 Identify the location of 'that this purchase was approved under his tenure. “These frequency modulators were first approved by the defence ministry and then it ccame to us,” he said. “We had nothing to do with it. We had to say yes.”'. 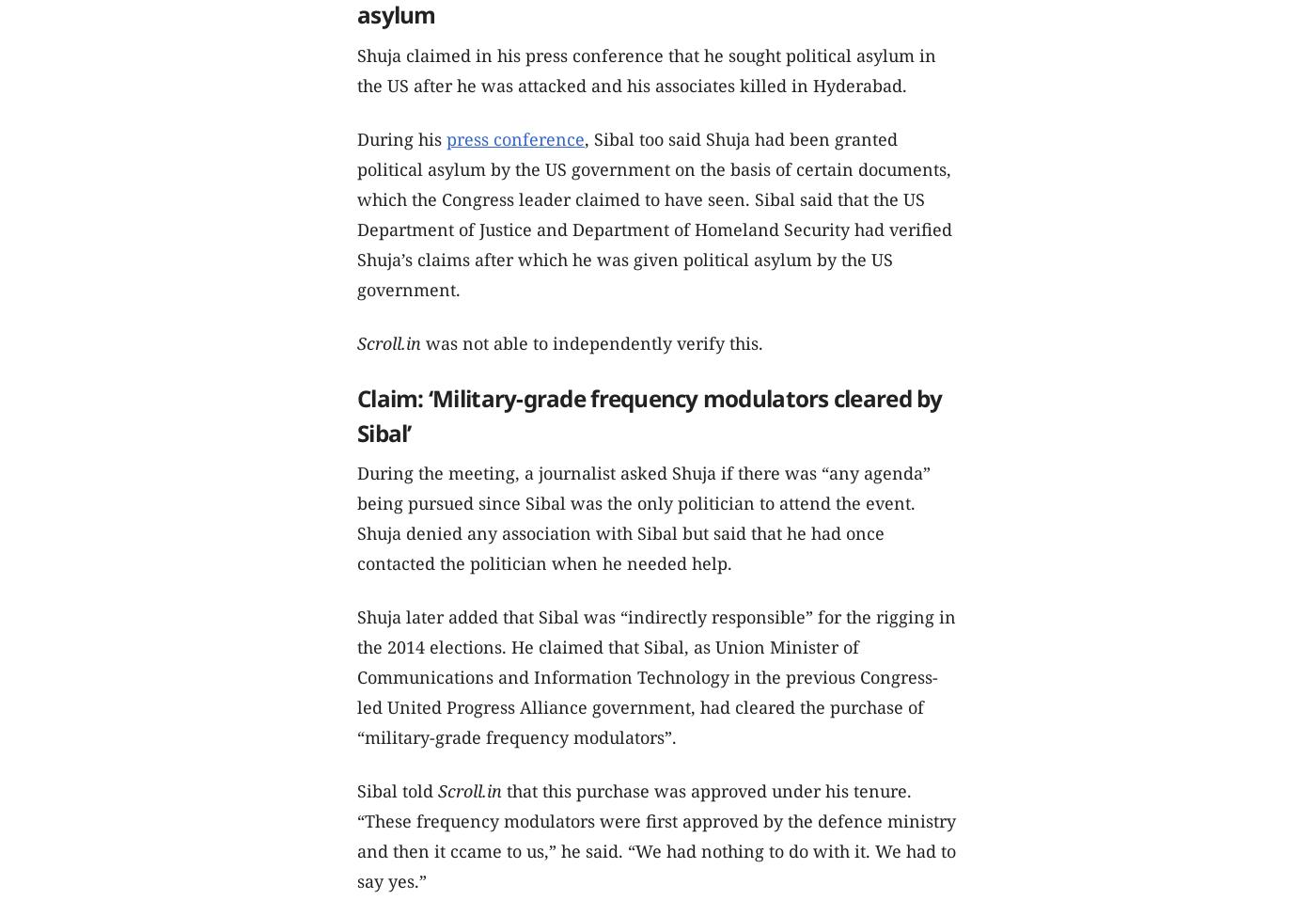
(656, 835).